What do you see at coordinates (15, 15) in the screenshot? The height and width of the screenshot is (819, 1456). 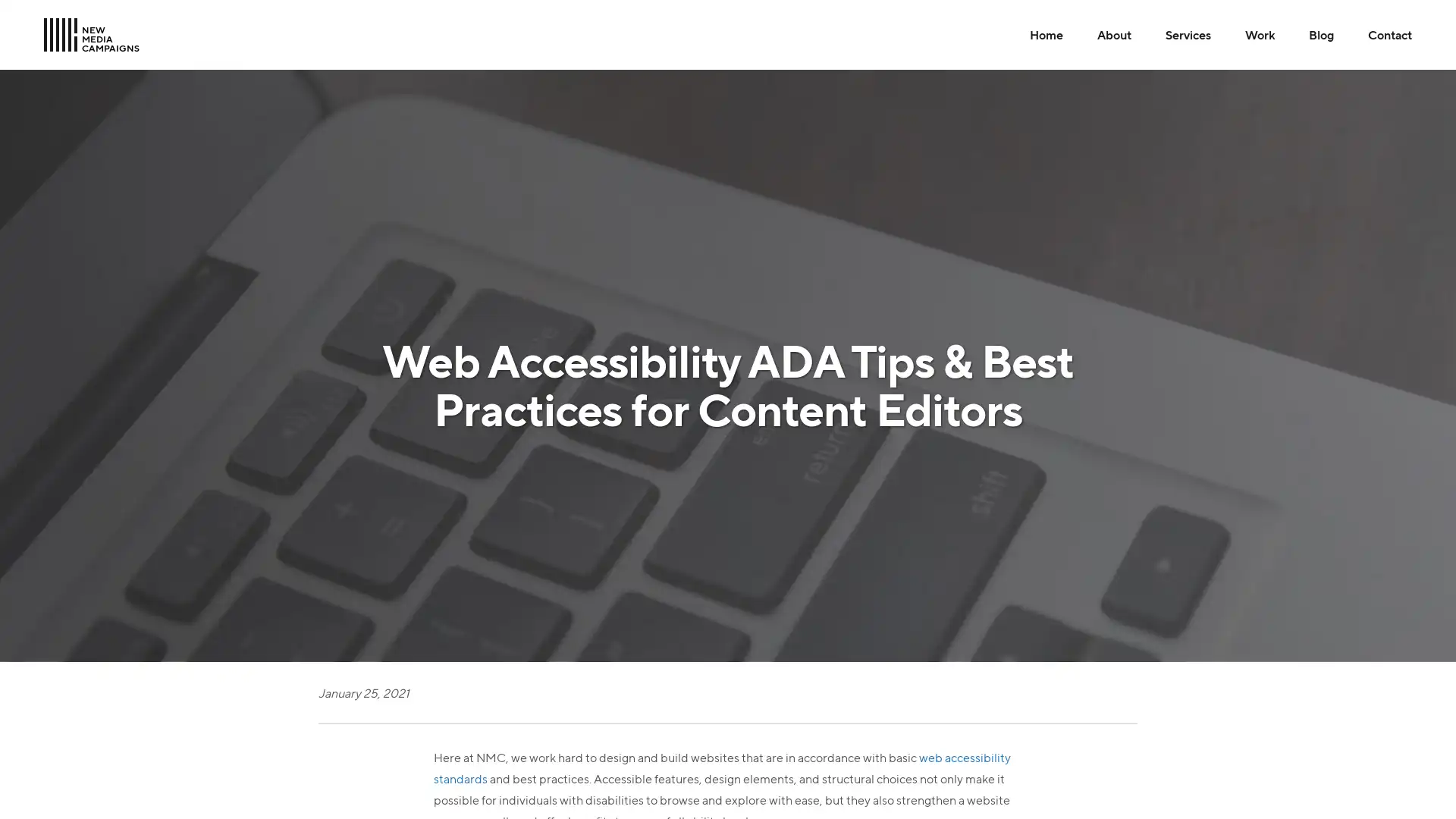 I see `Skip to Main Content` at bounding box center [15, 15].